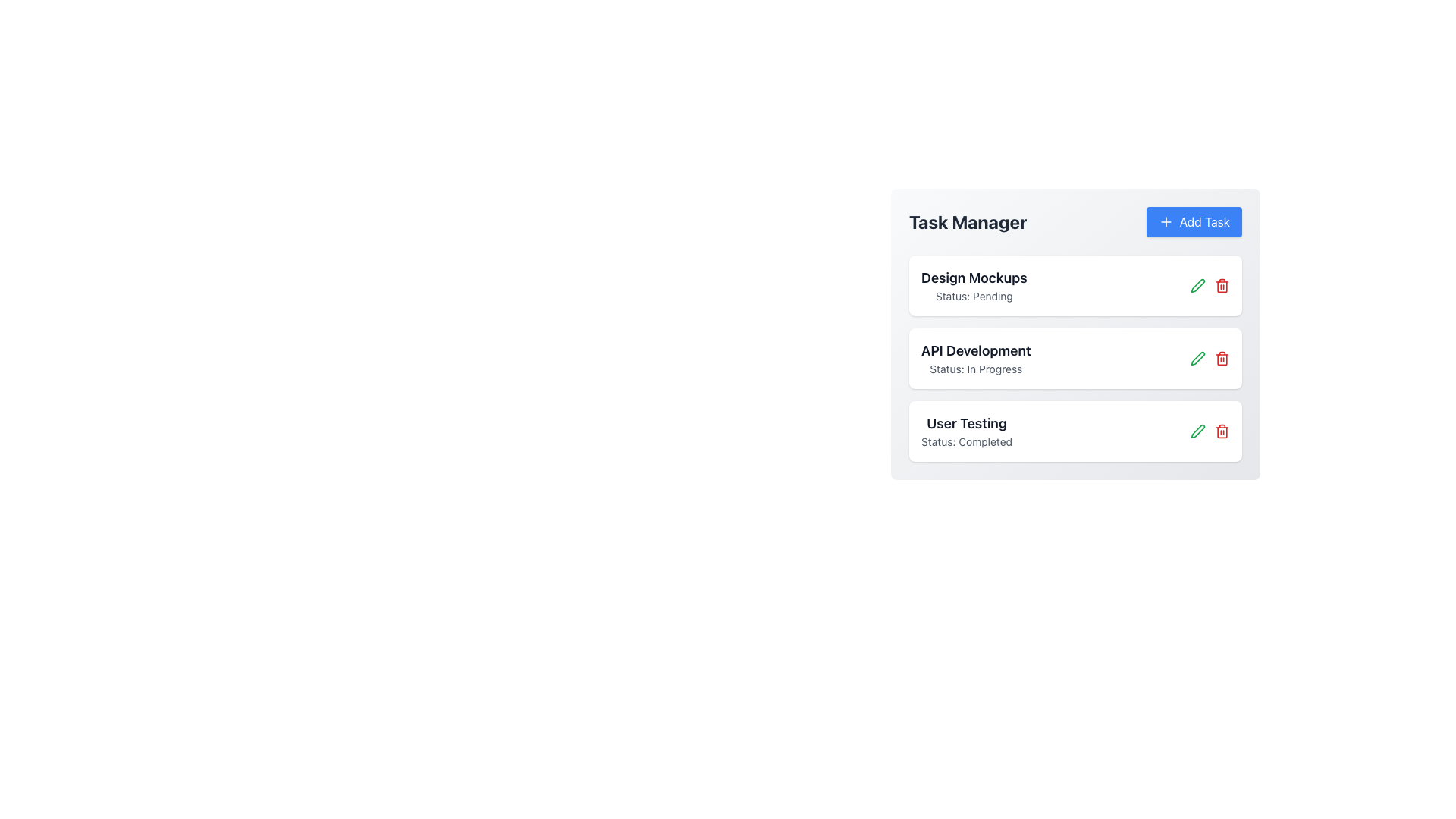 The image size is (1456, 819). Describe the element at coordinates (974, 286) in the screenshot. I see `text from the 'Design Mockups' element located in the first task item of the 'Task Manager' section, which displays 'Design Mockups' in bold and 'Status: Pending' below it` at that location.